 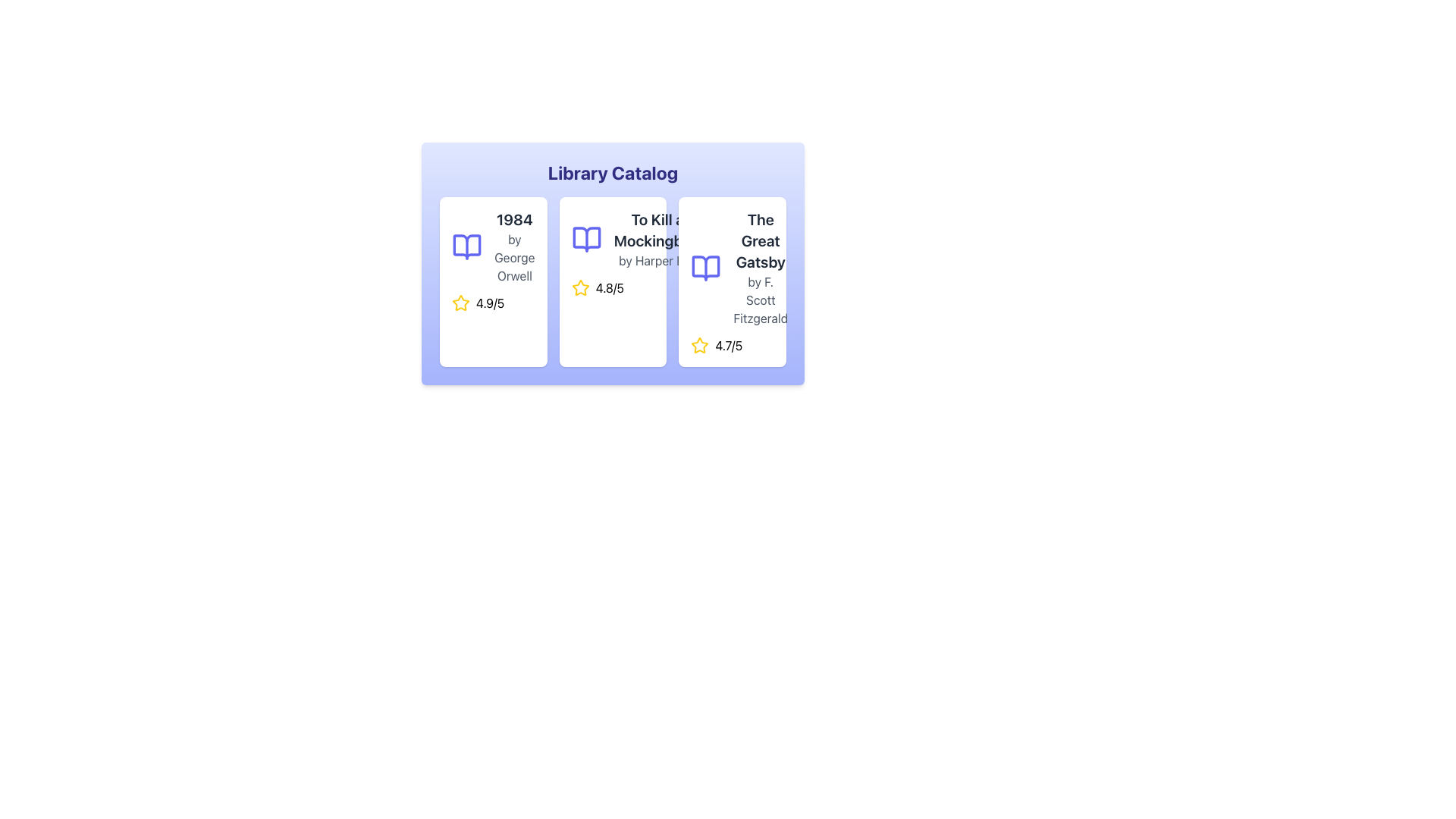 I want to click on the visual aesthetic of the book icon located centrally in the second card of the 'Library Catalog', positioned above the book title text, so click(x=585, y=239).